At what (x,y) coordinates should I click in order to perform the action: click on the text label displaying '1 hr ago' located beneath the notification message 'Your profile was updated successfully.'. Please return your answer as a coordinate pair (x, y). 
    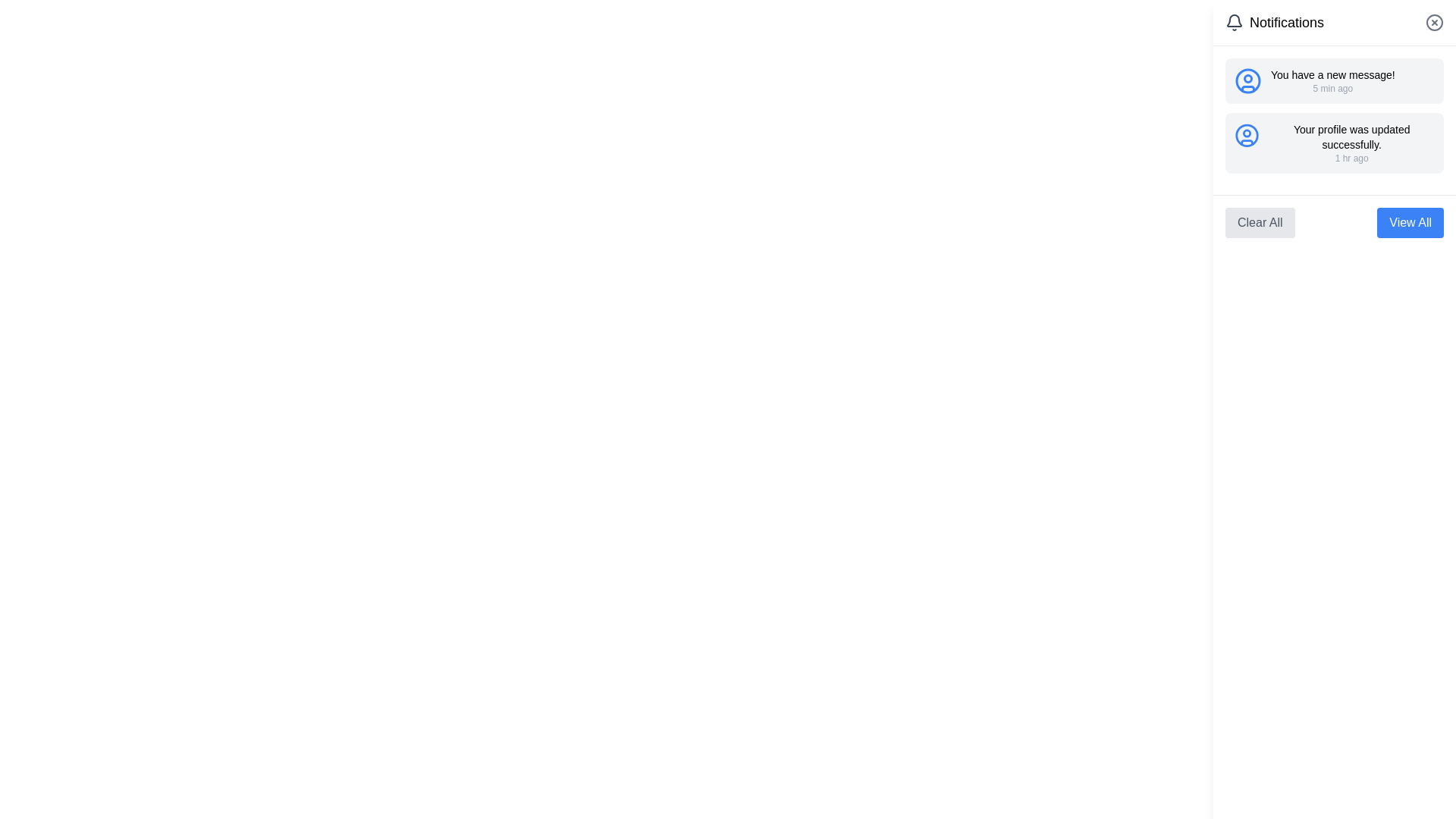
    Looking at the image, I should click on (1351, 158).